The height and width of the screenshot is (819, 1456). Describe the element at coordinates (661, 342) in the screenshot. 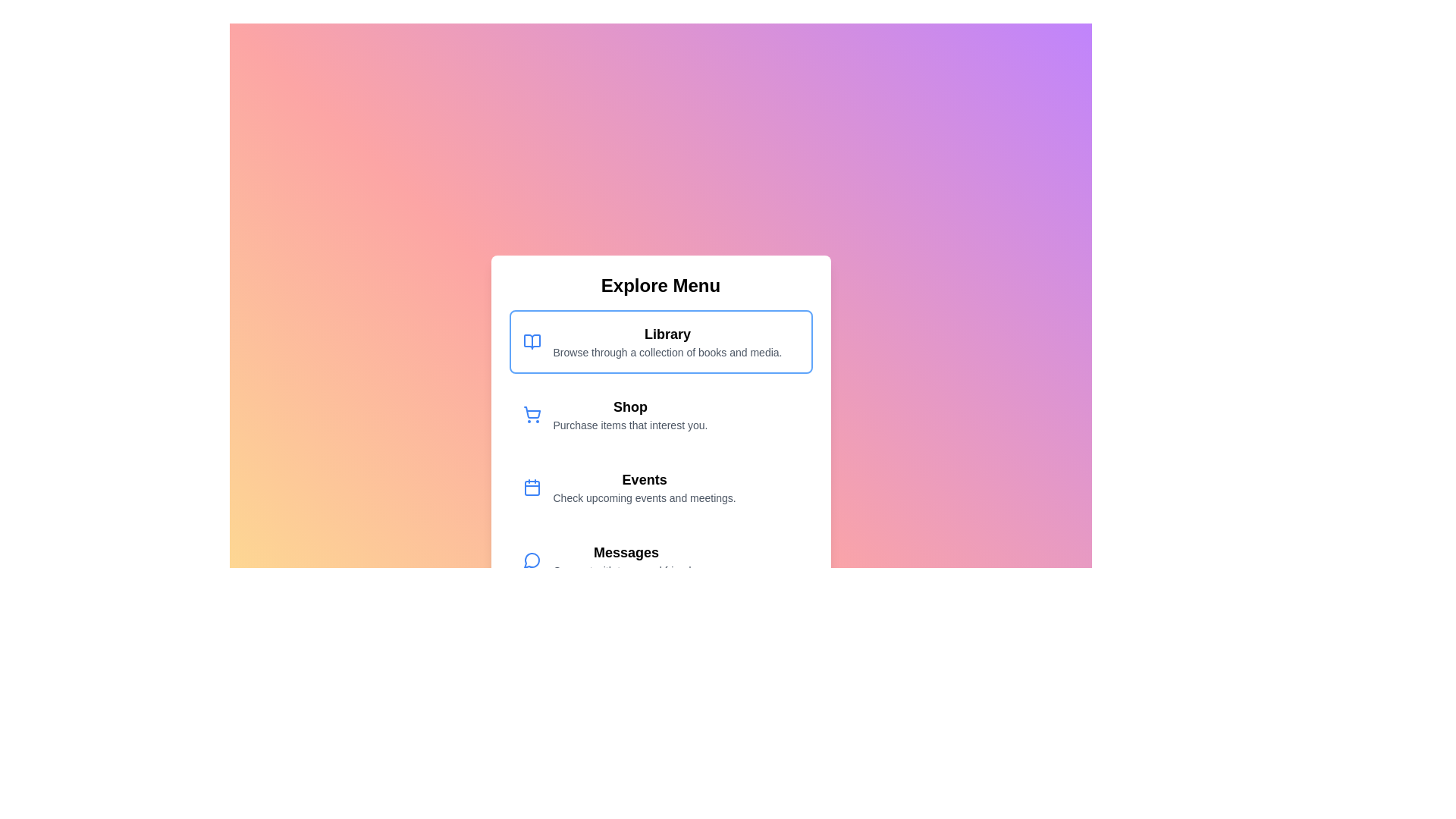

I see `the menu option corresponding to Library` at that location.